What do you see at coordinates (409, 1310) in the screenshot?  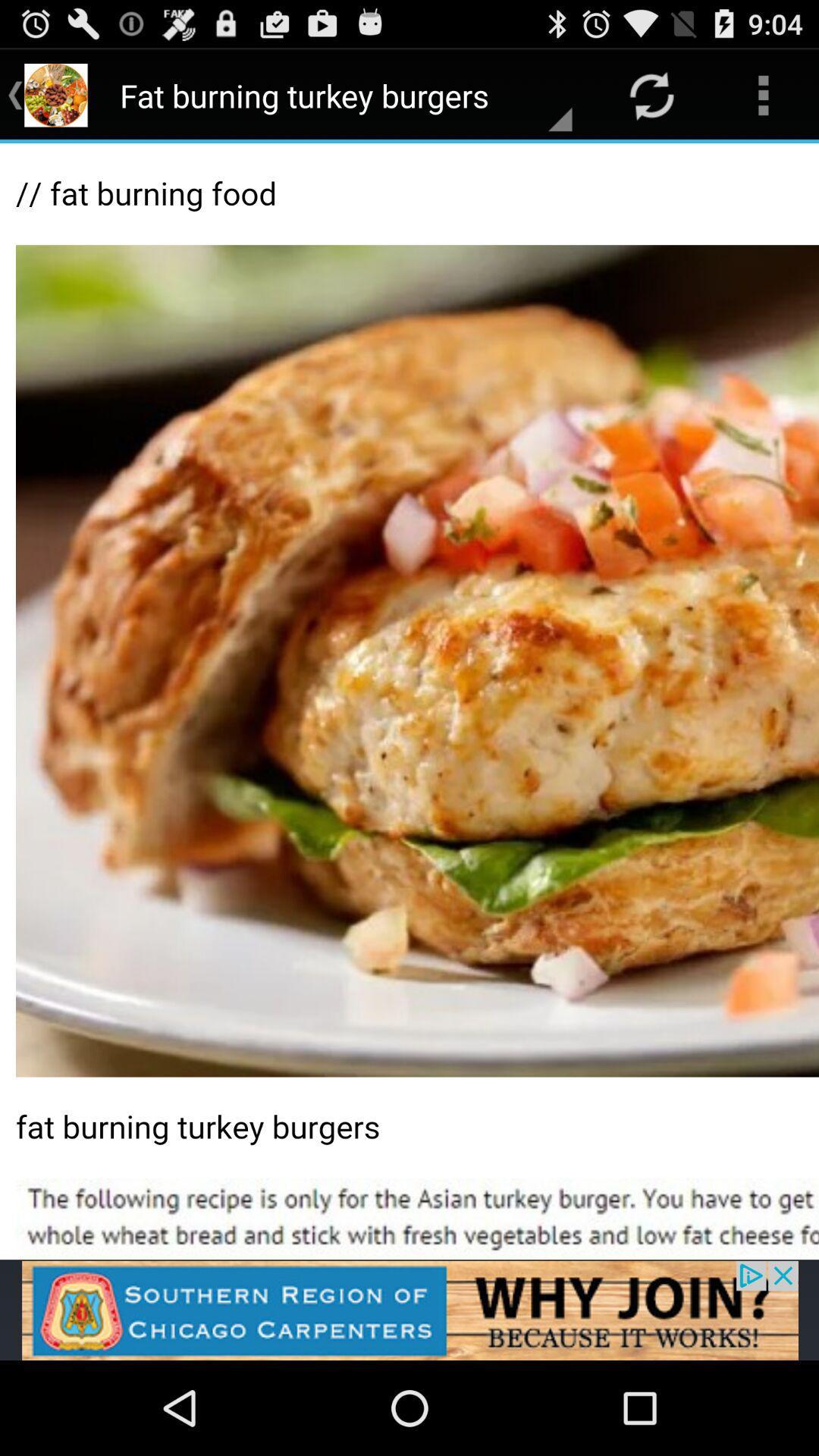 I see `advertisement` at bounding box center [409, 1310].